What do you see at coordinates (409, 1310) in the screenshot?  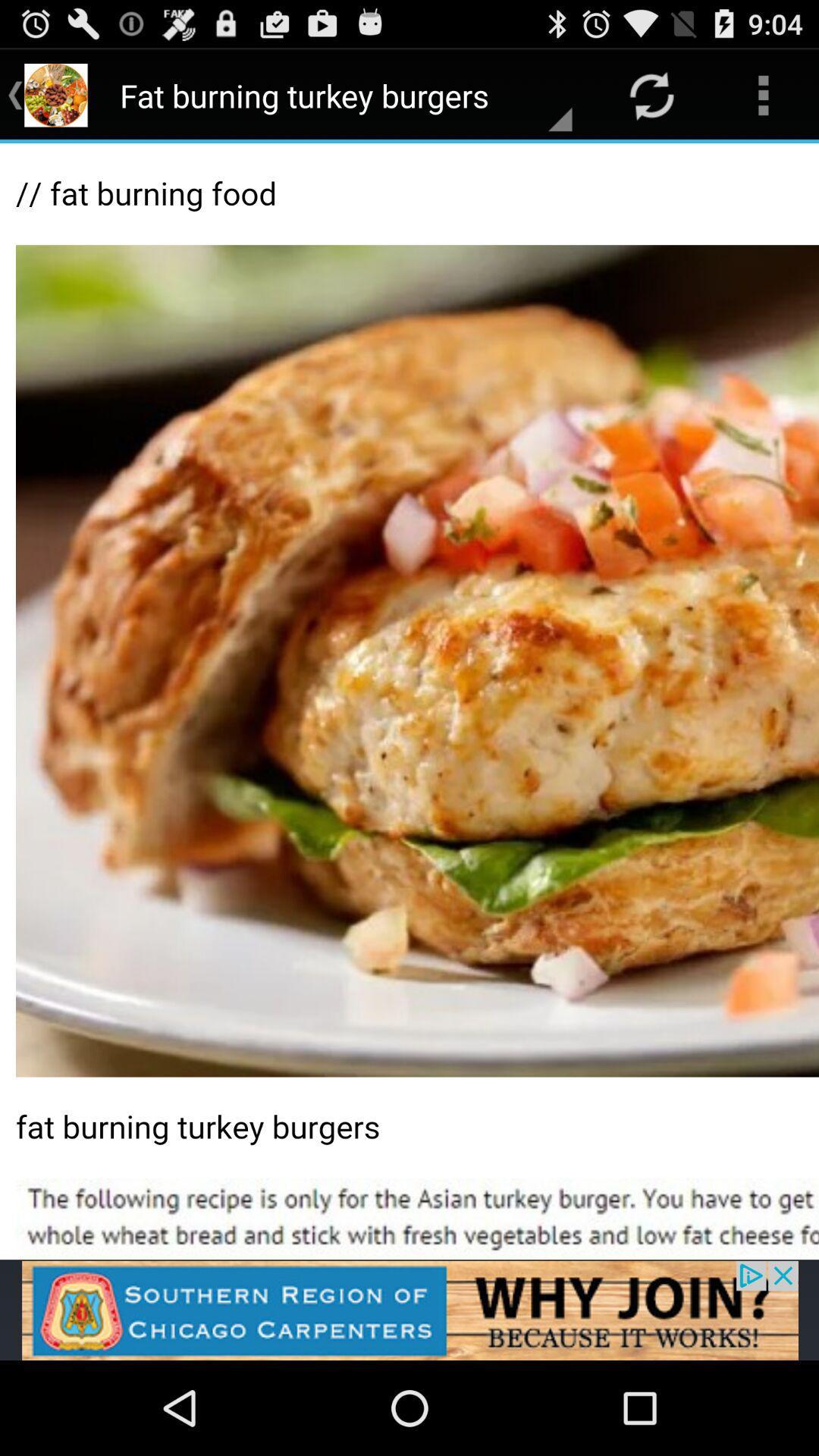 I see `advertisement` at bounding box center [409, 1310].